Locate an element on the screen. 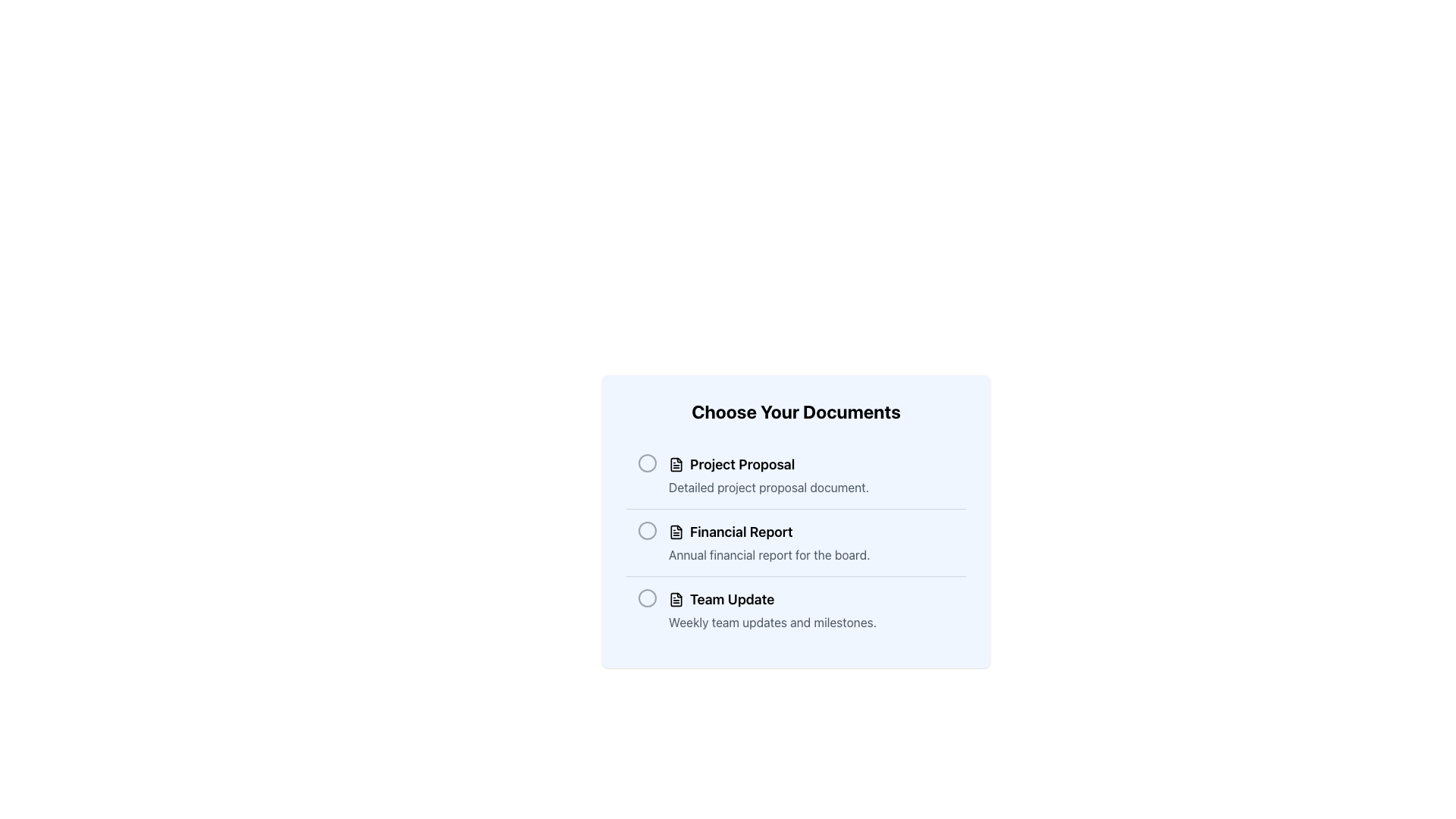  the second option item in the 'Choose Your Documents' list is located at coordinates (769, 542).